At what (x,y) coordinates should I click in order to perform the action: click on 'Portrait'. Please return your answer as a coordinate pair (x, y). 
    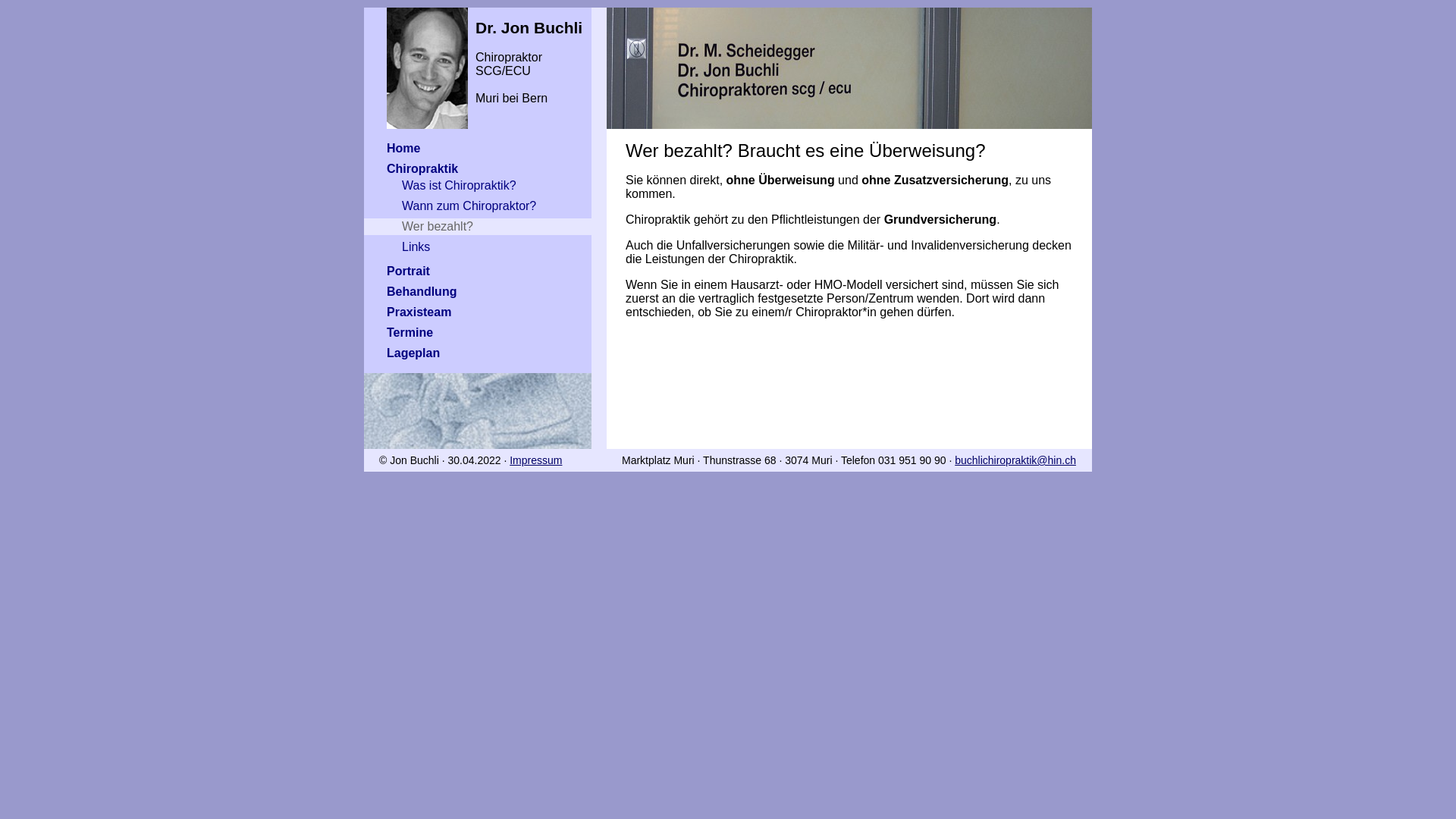
    Looking at the image, I should click on (476, 271).